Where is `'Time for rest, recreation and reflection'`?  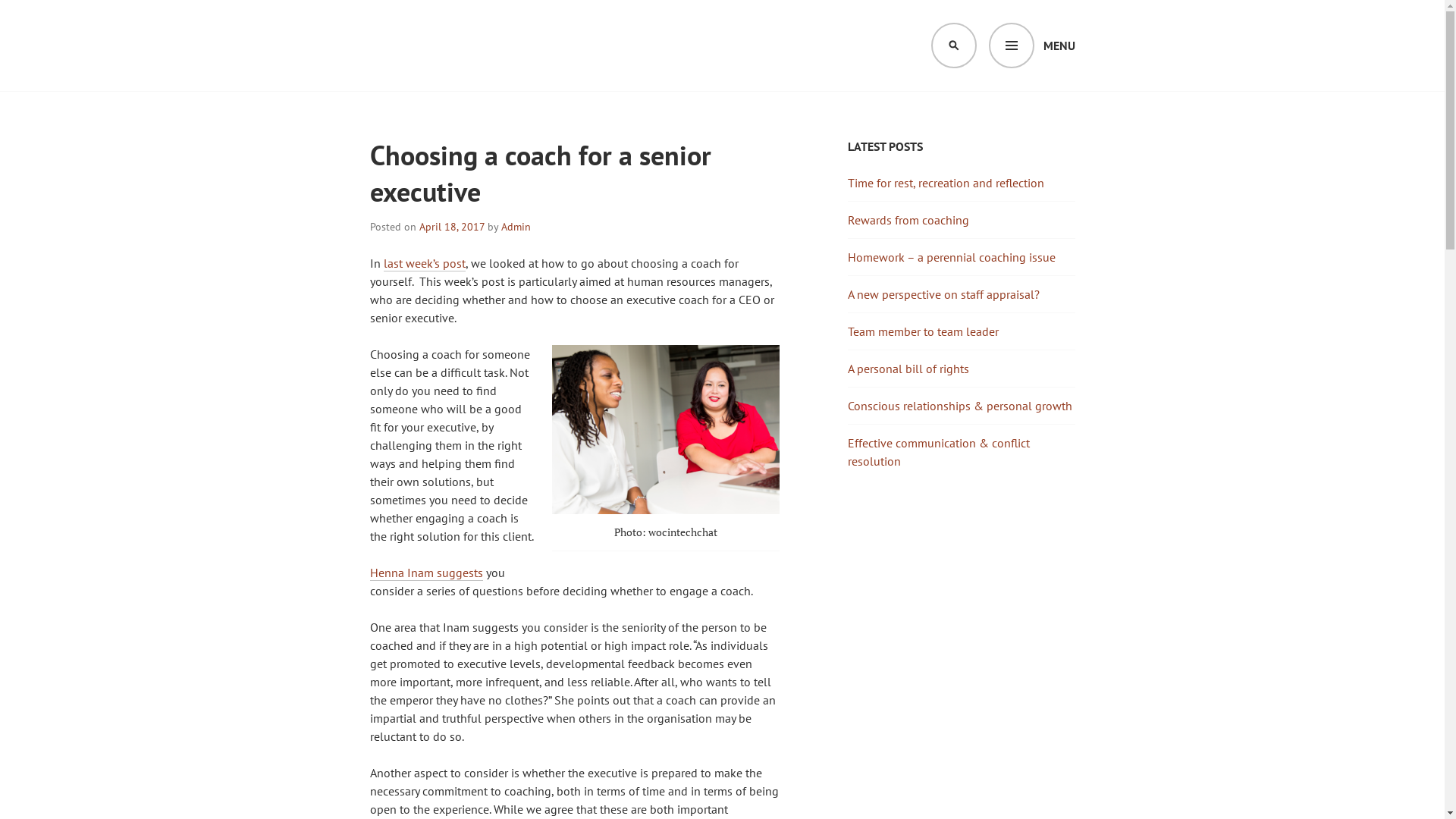
'Time for rest, recreation and reflection' is located at coordinates (945, 181).